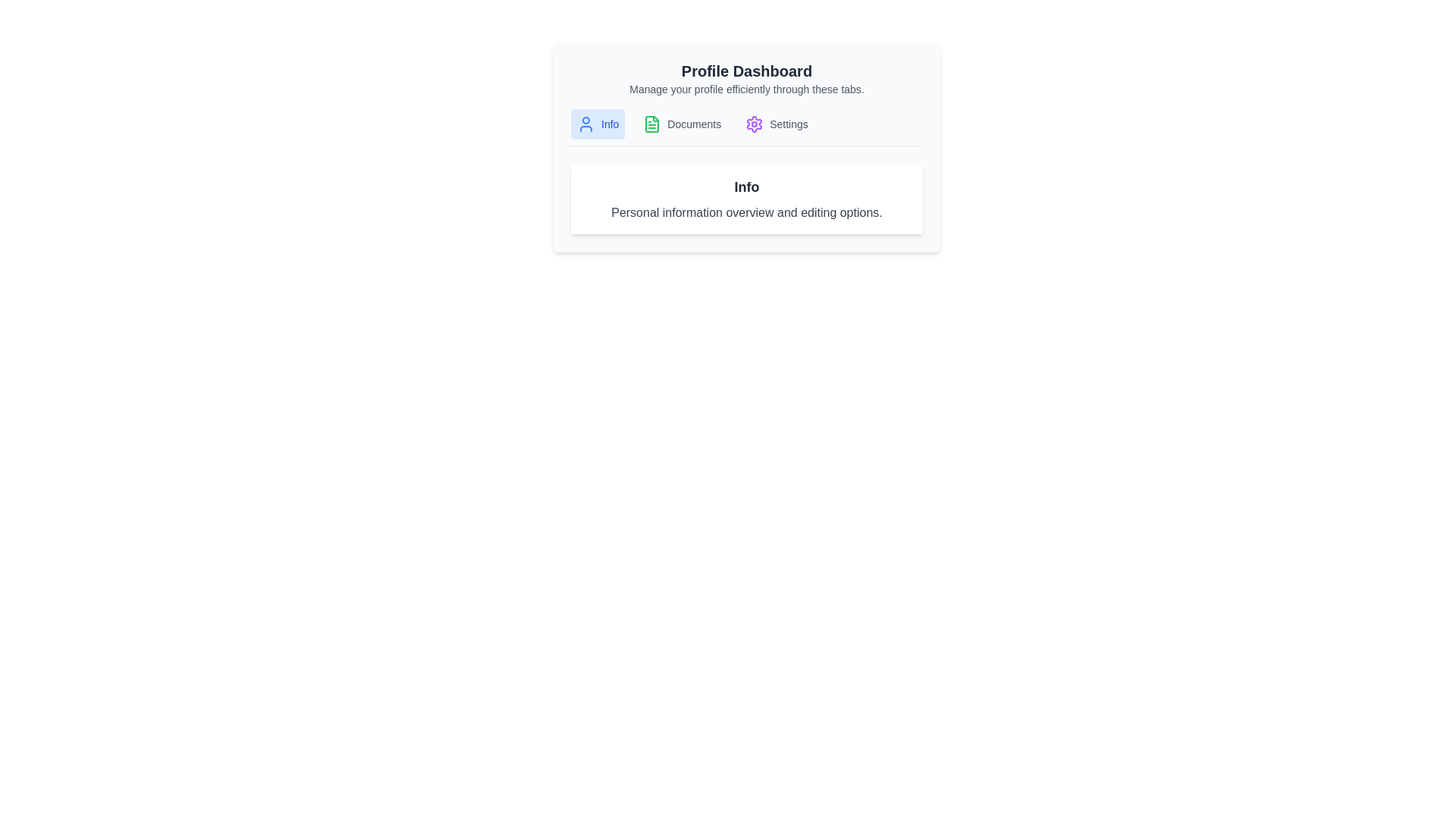 The image size is (1456, 819). What do you see at coordinates (776, 124) in the screenshot?
I see `the Settings tab to observe its specific content` at bounding box center [776, 124].